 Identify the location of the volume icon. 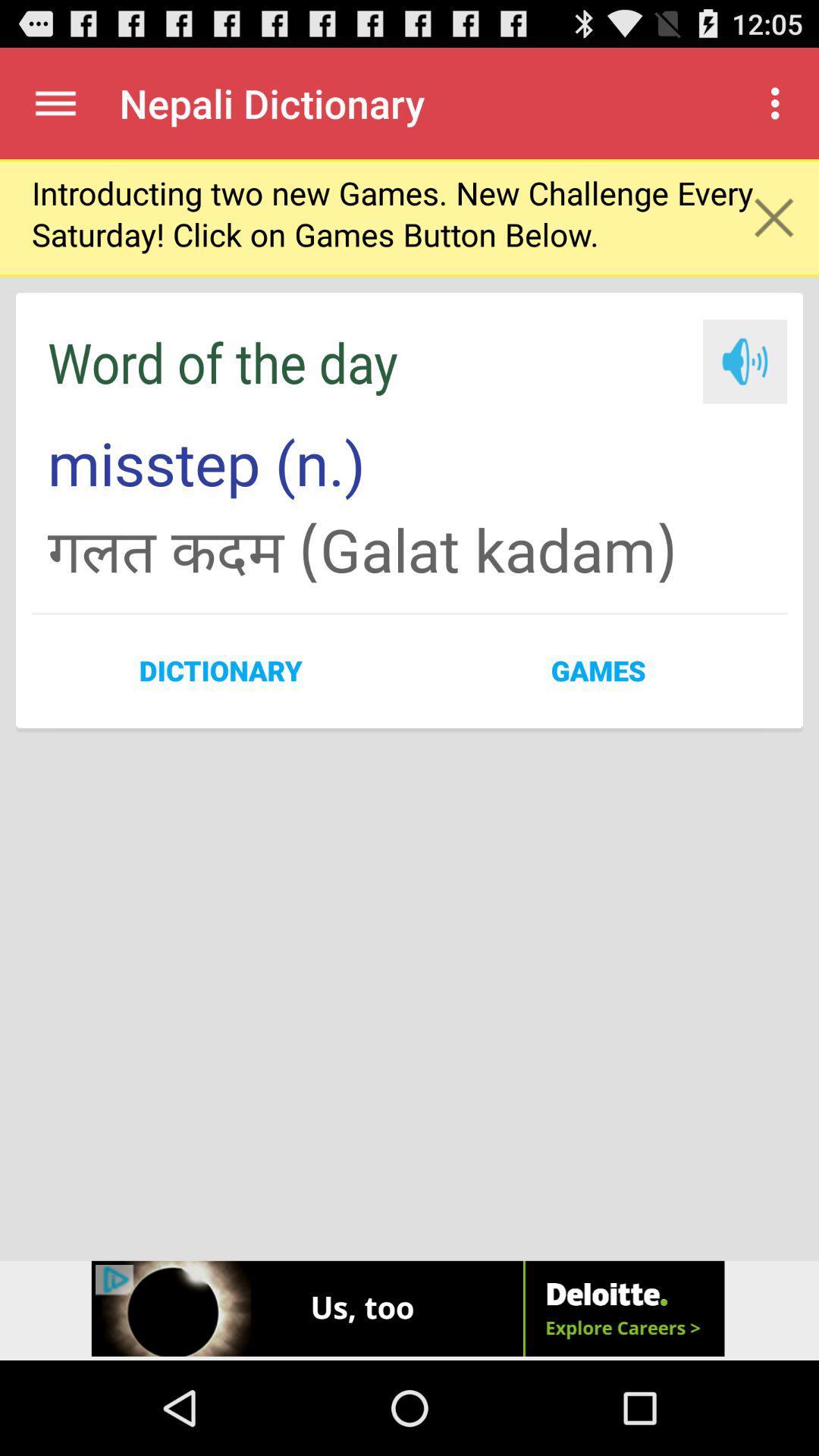
(744, 387).